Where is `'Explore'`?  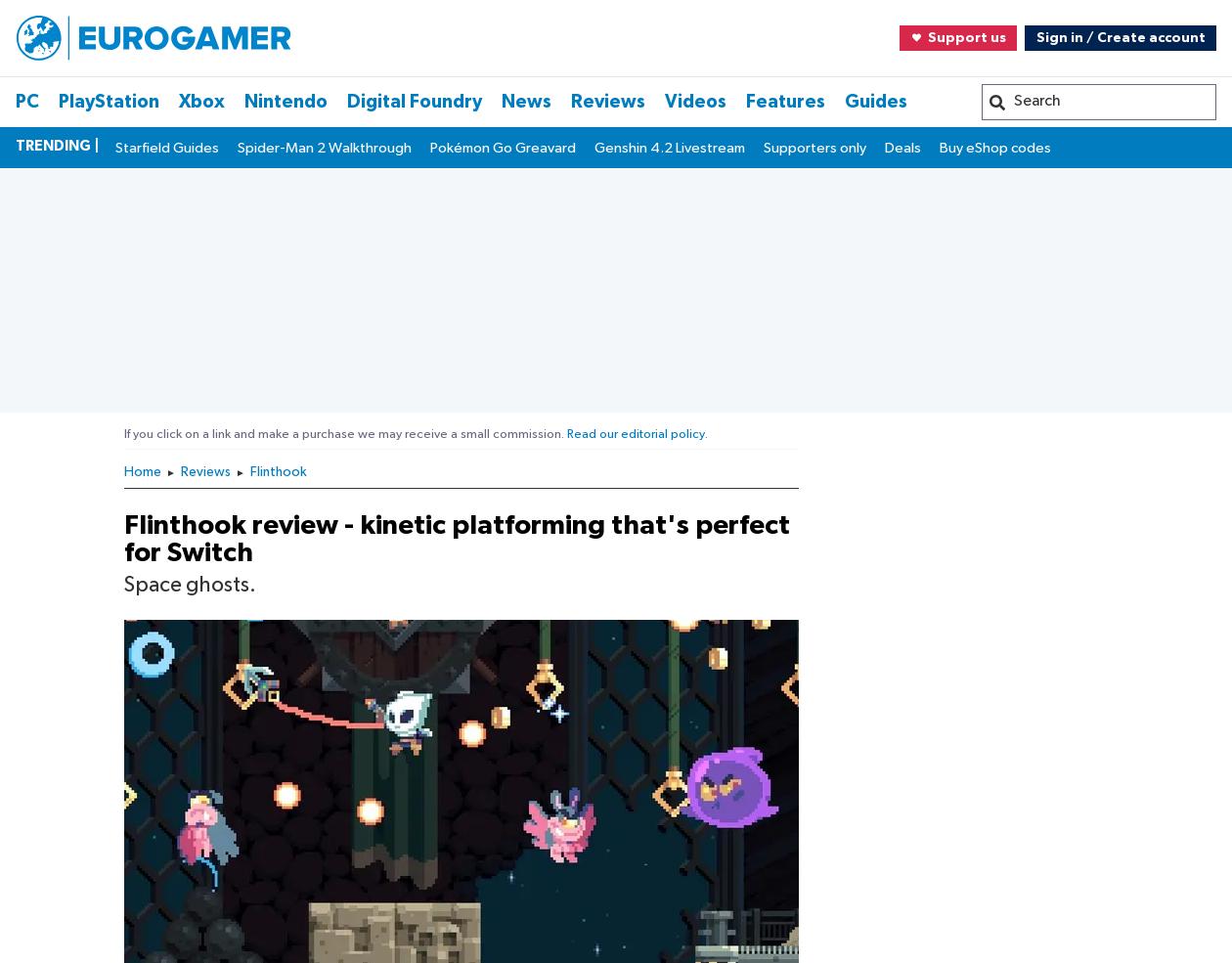 'Explore' is located at coordinates (78, 538).